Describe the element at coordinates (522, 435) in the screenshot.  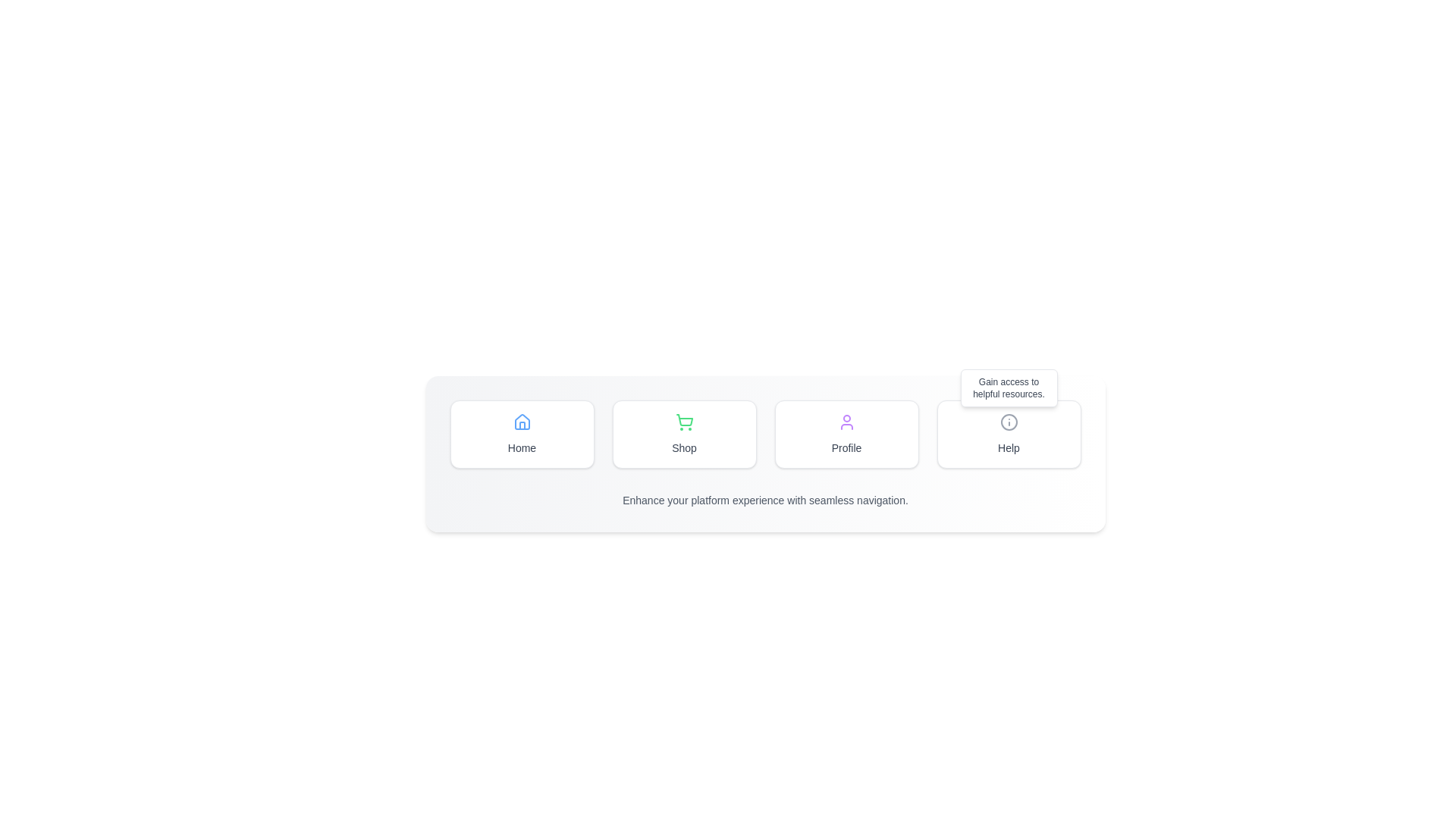
I see `the 'Home' button, which is the first of four horizontally arranged cards` at that location.